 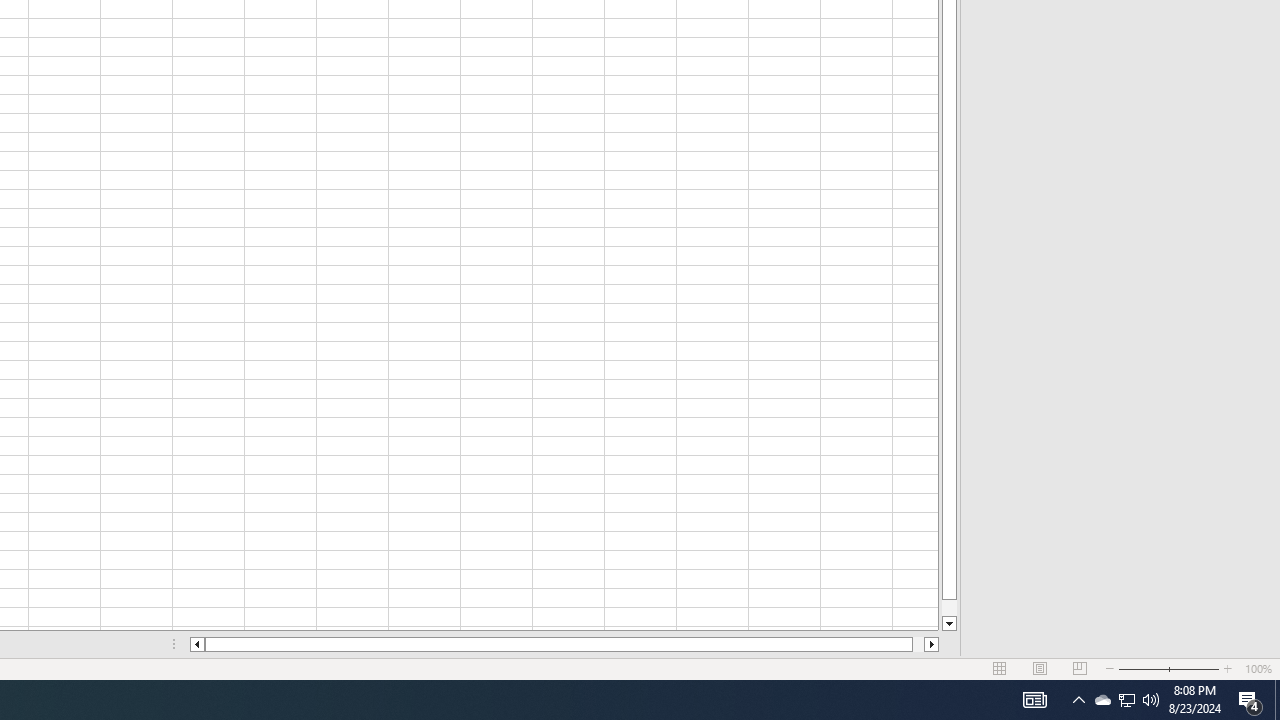 What do you see at coordinates (1143, 669) in the screenshot?
I see `'Zoom Out'` at bounding box center [1143, 669].